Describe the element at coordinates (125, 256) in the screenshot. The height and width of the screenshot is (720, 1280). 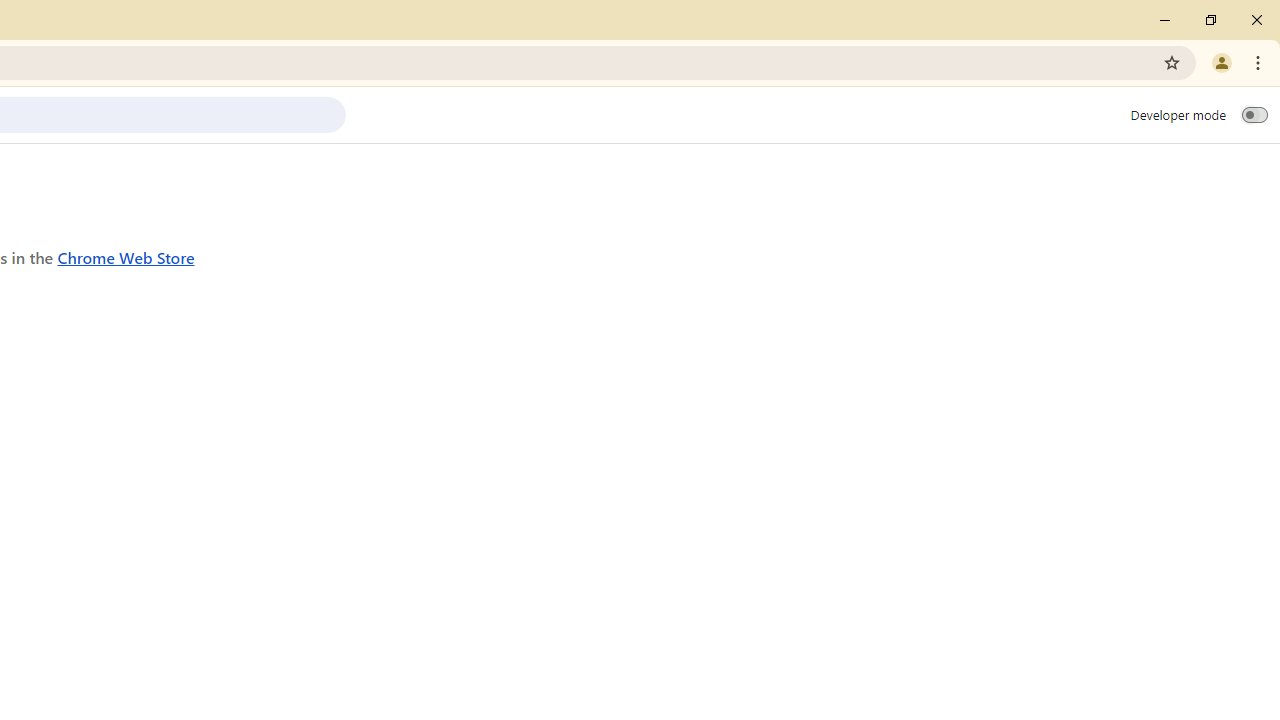
I see `'Chrome Web Store'` at that location.